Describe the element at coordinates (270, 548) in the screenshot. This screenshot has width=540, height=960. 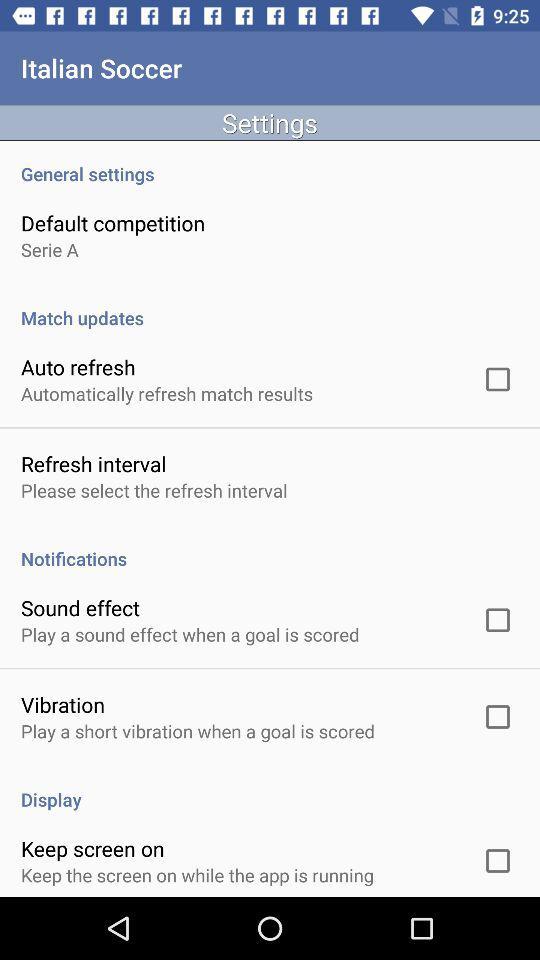
I see `notifications app` at that location.